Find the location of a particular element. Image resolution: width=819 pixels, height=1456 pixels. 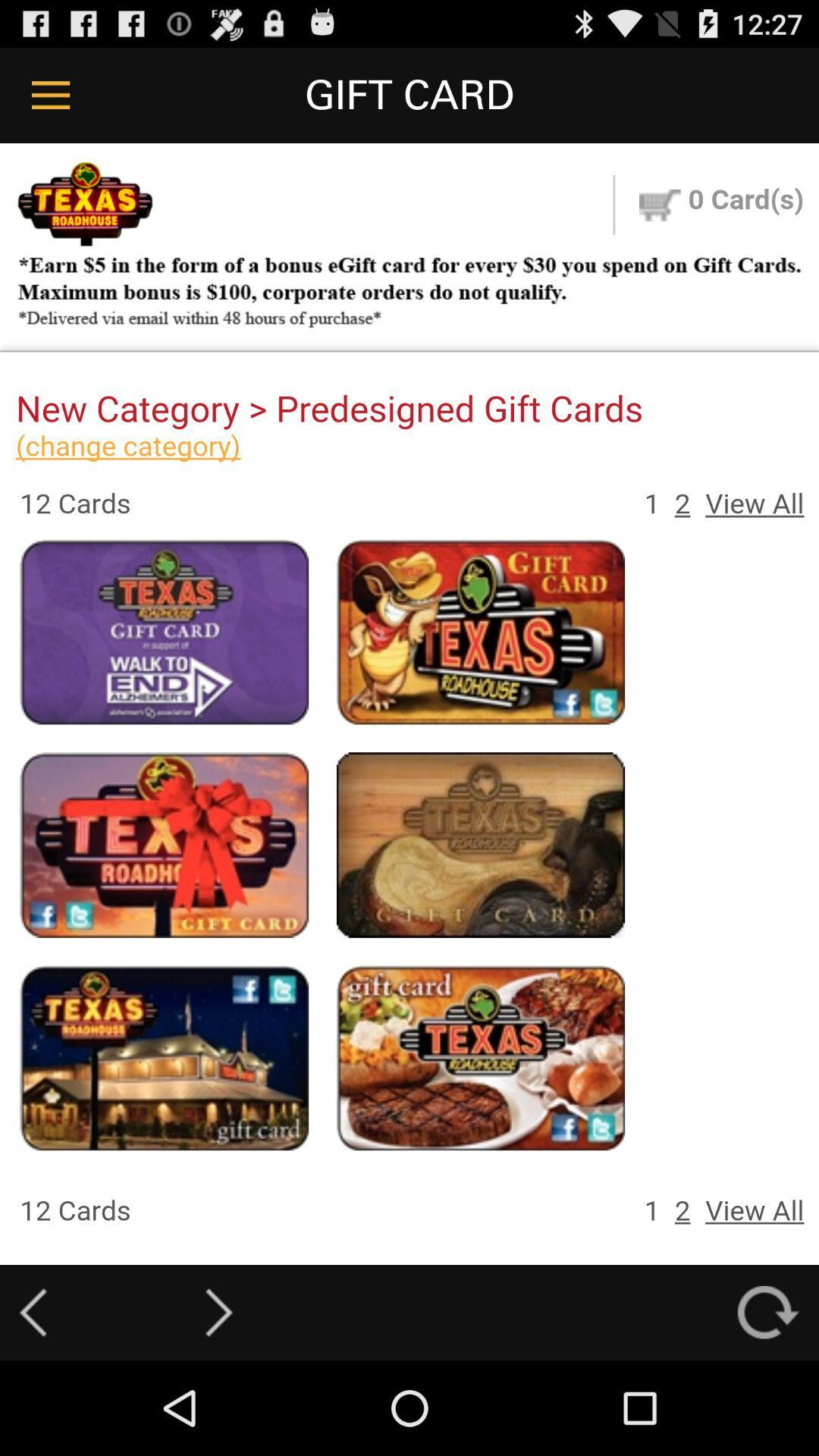

backword option is located at coordinates (33, 1312).